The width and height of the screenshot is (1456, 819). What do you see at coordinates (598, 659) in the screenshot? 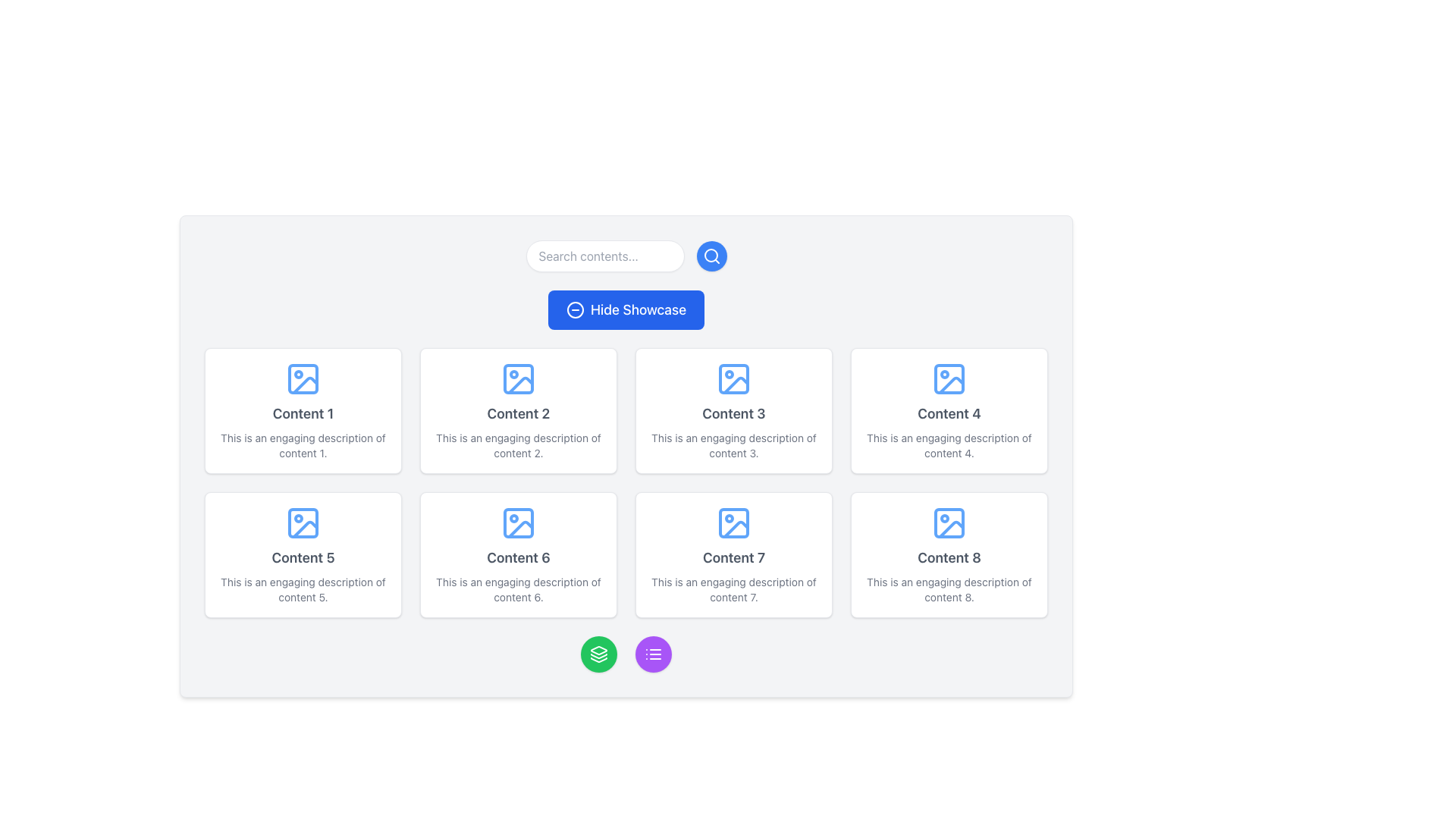
I see `the third layer of the stacked icon representing layers, located near the bottom-left corner of the layout` at bounding box center [598, 659].